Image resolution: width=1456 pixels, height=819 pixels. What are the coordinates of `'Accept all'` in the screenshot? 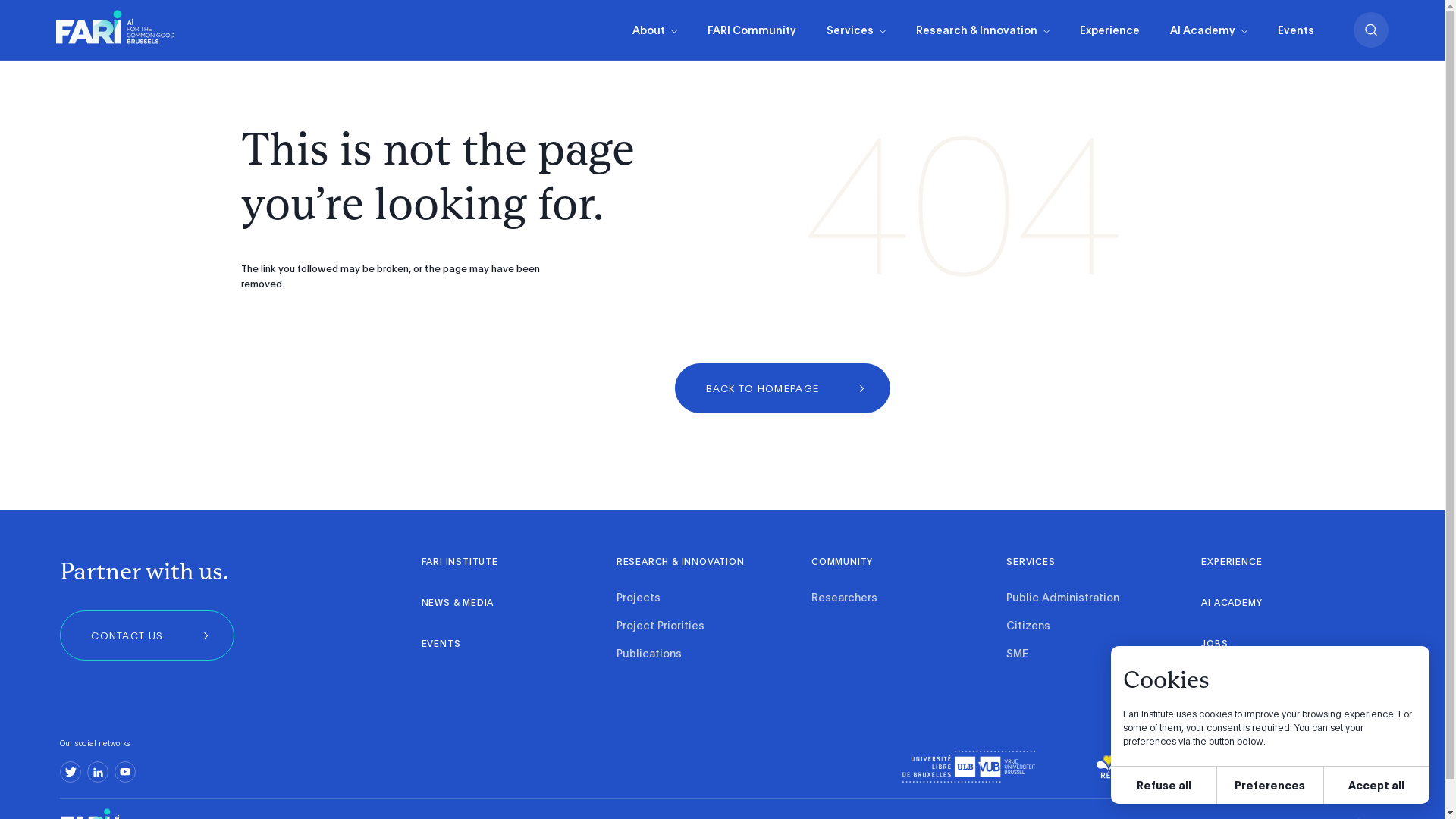 It's located at (1376, 785).